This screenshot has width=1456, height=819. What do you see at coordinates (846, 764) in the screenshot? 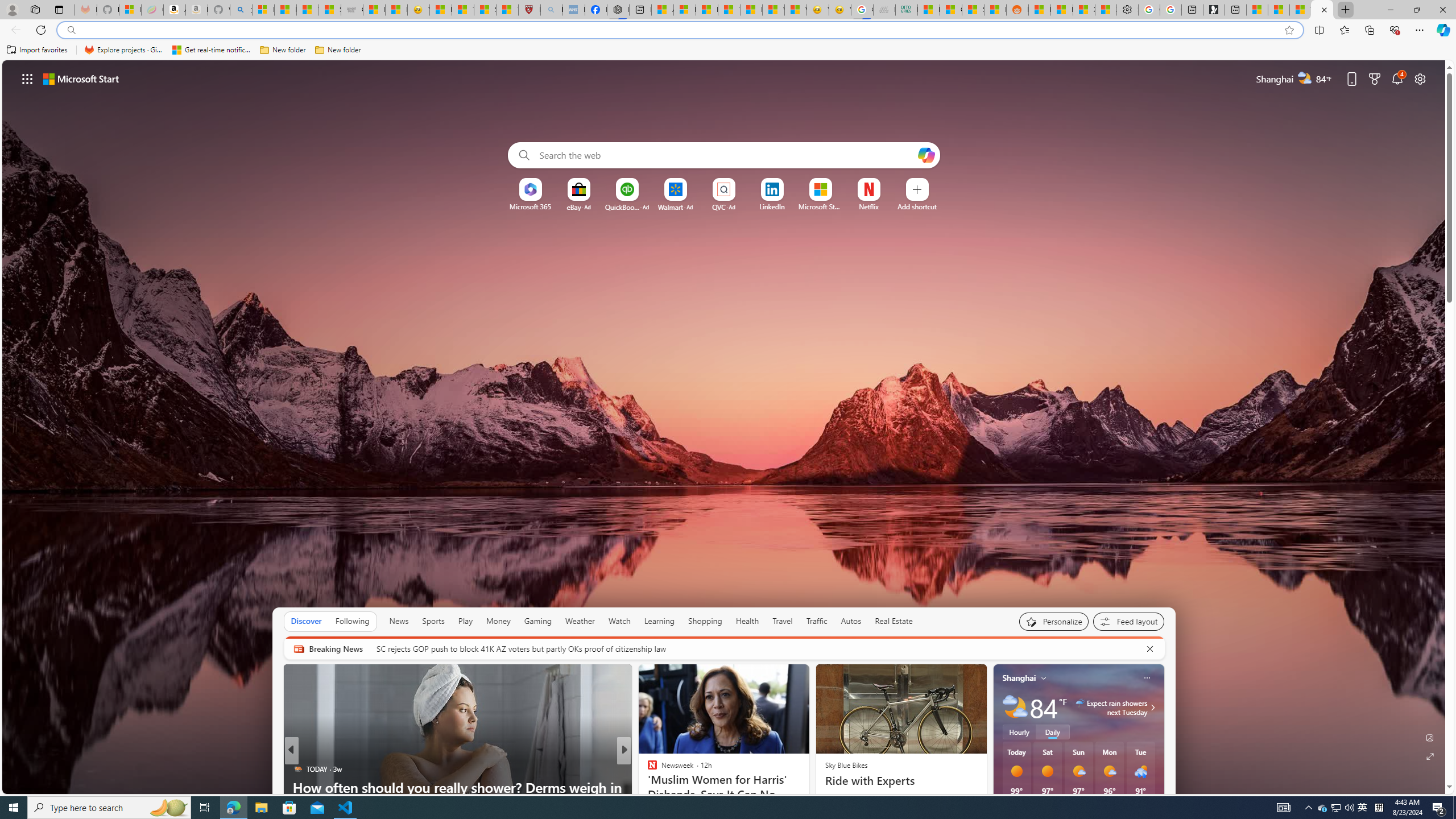
I see `'Sky Blue Bikes'` at bounding box center [846, 764].